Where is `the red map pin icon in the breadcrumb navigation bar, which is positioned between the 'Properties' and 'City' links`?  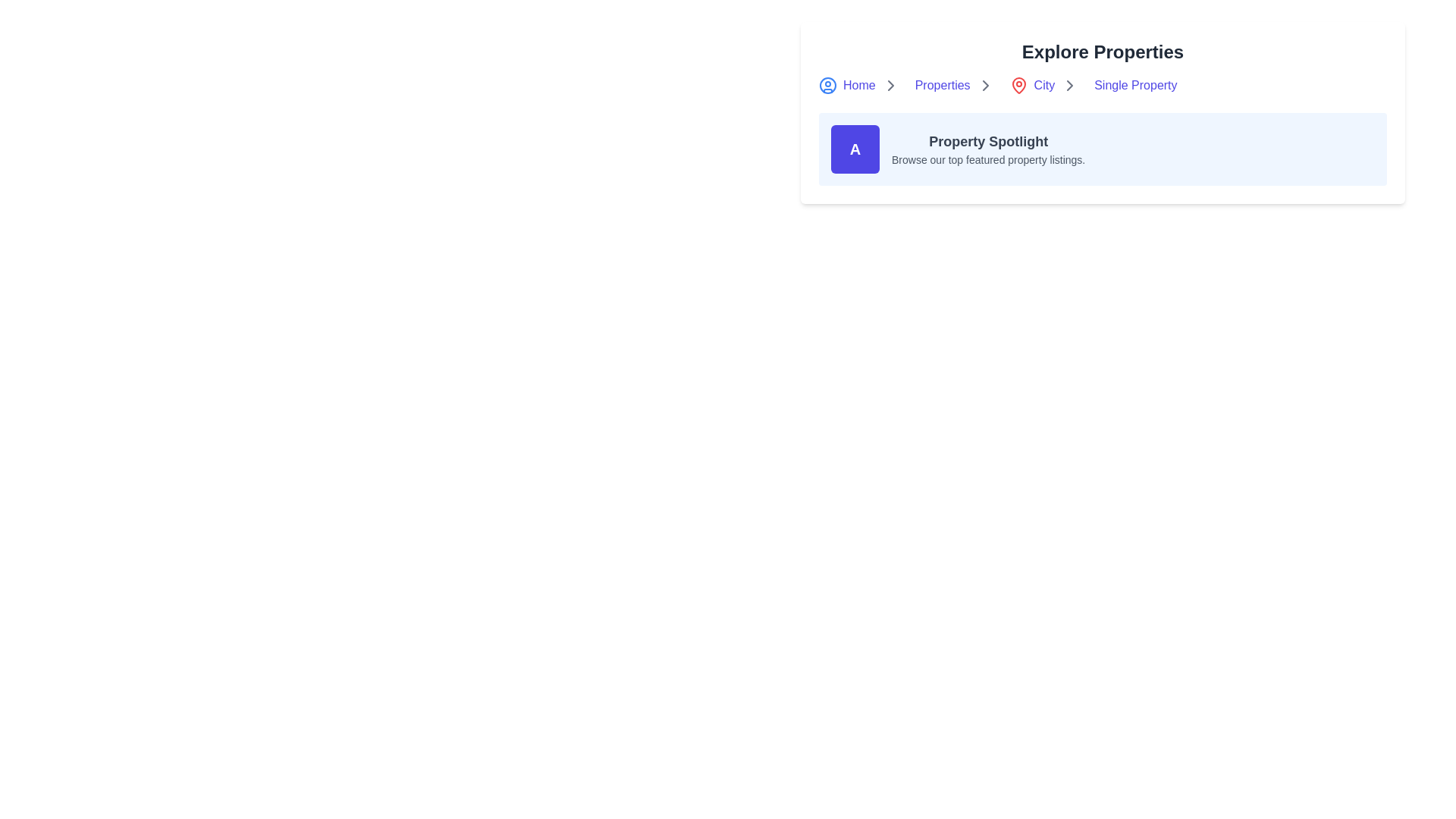 the red map pin icon in the breadcrumb navigation bar, which is positioned between the 'Properties' and 'City' links is located at coordinates (1018, 85).